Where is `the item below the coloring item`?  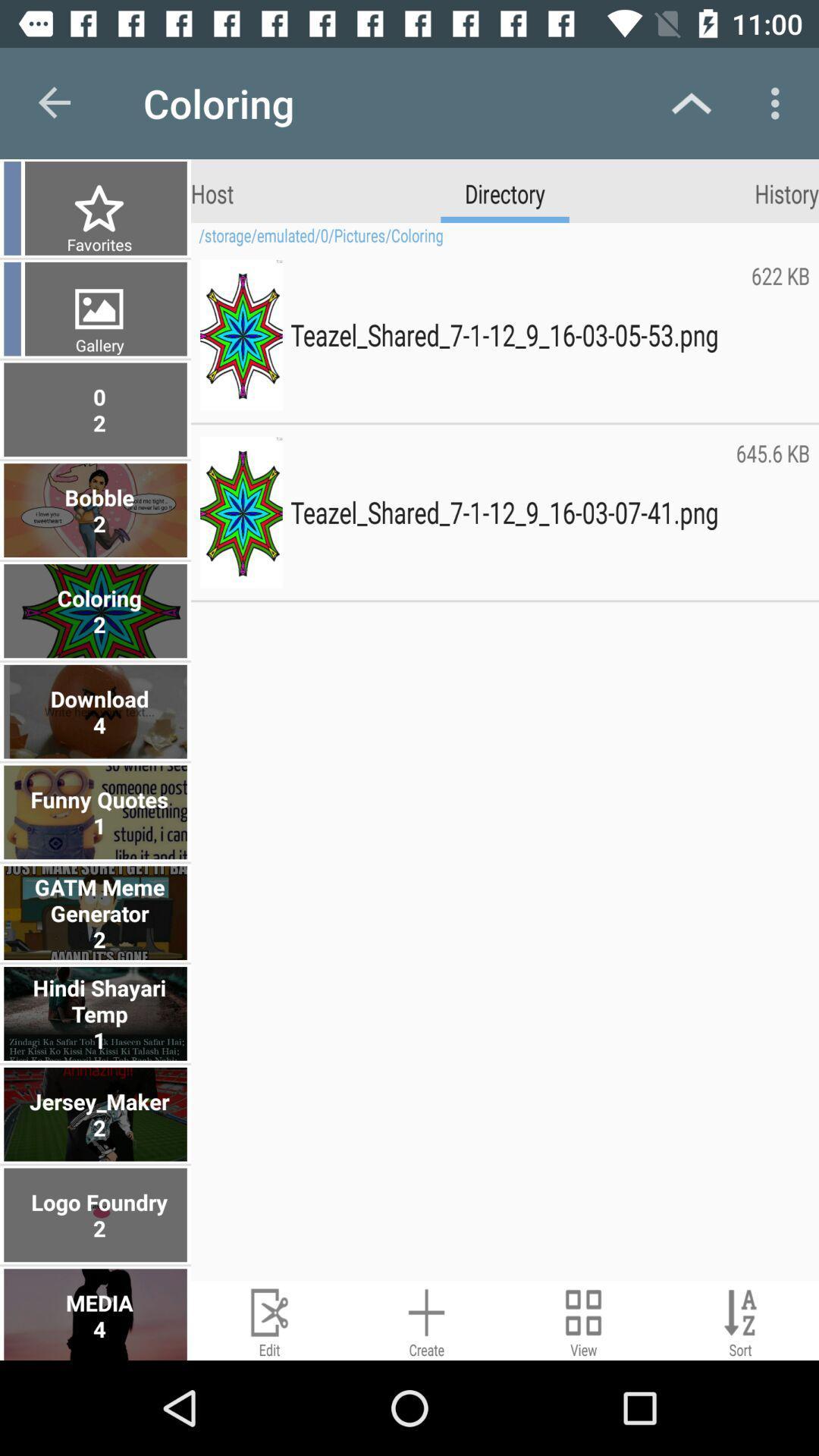
the item below the coloring item is located at coordinates (212, 192).